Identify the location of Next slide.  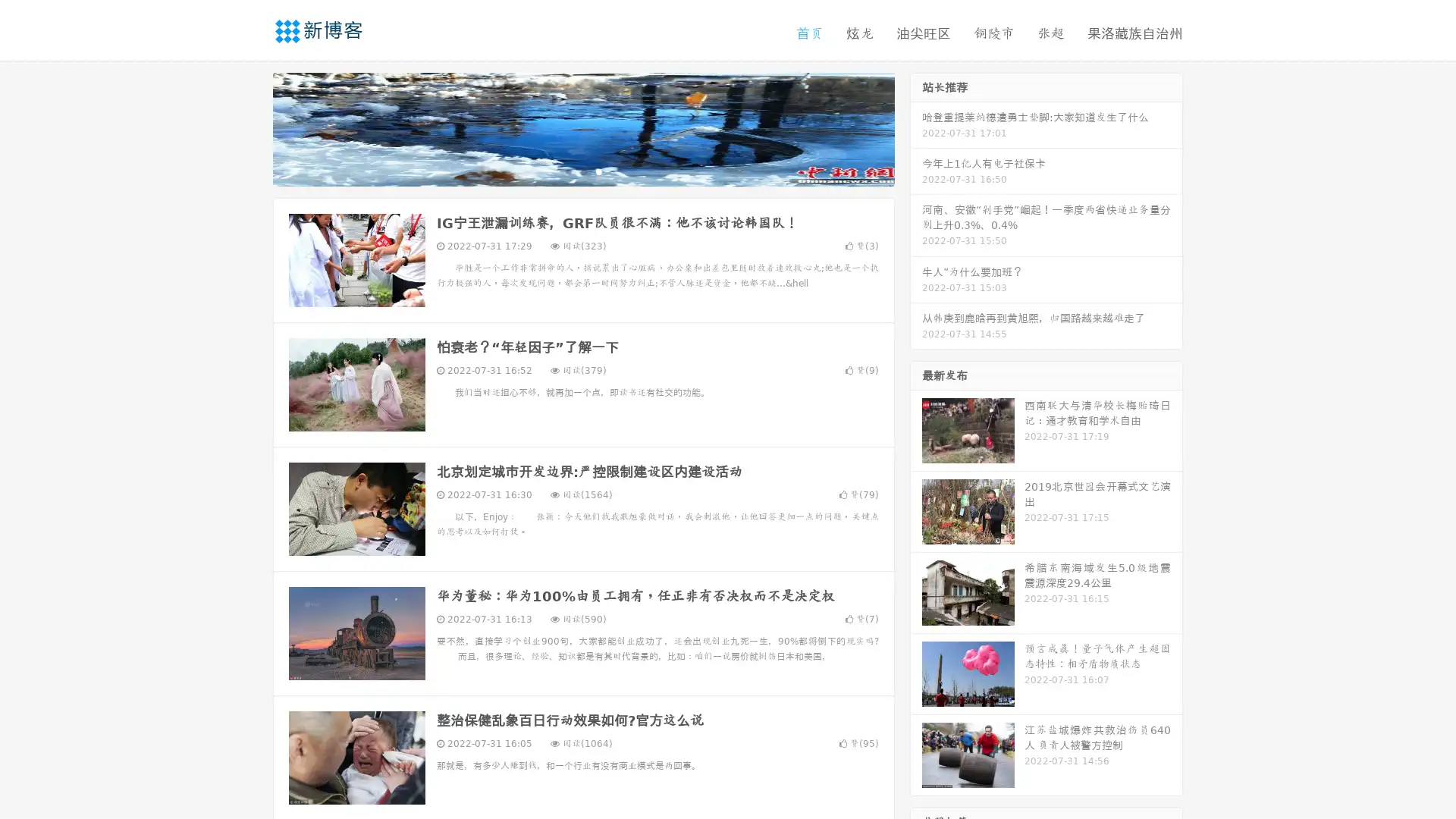
(916, 127).